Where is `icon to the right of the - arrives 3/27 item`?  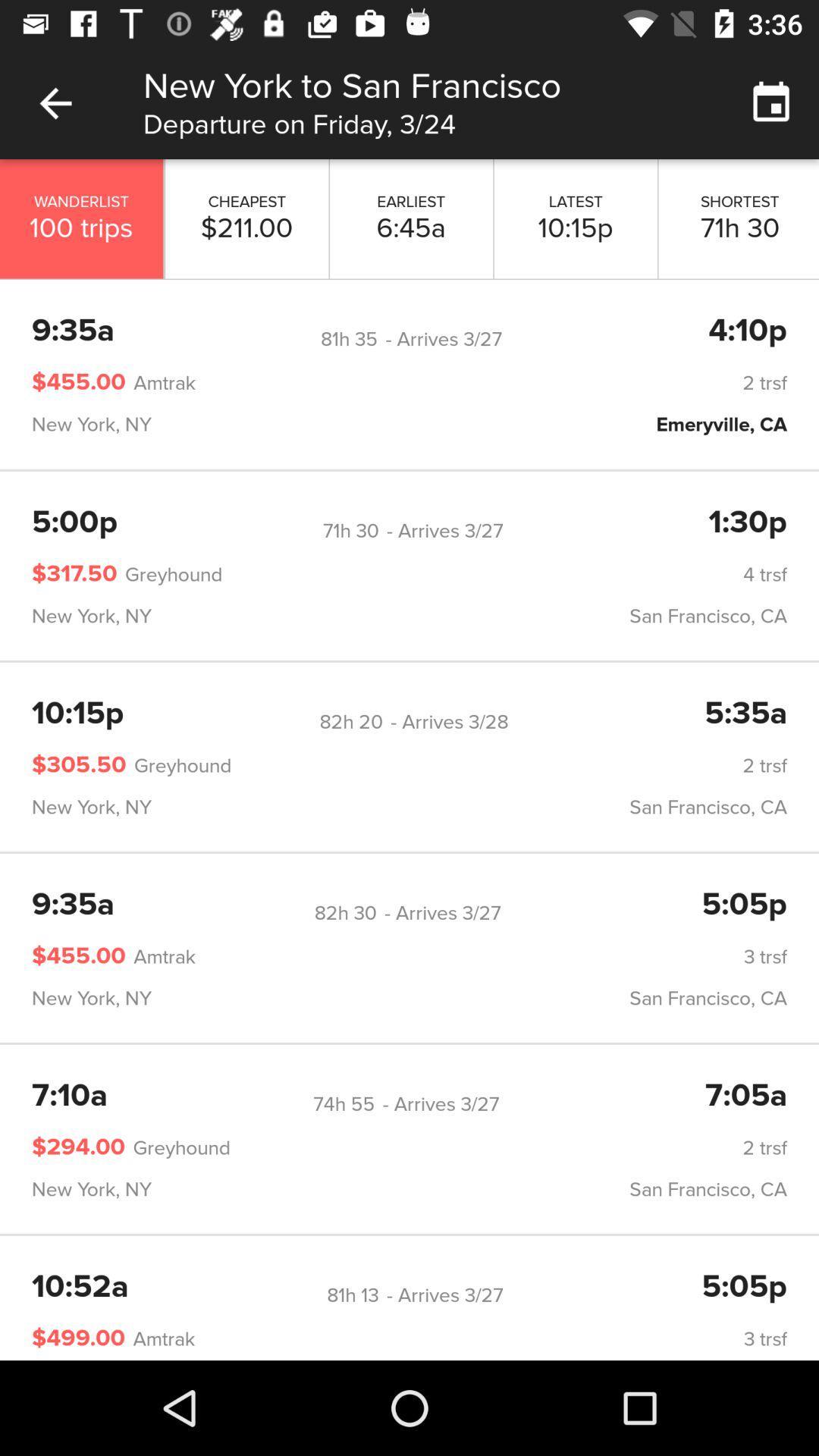 icon to the right of the - arrives 3/27 item is located at coordinates (747, 523).